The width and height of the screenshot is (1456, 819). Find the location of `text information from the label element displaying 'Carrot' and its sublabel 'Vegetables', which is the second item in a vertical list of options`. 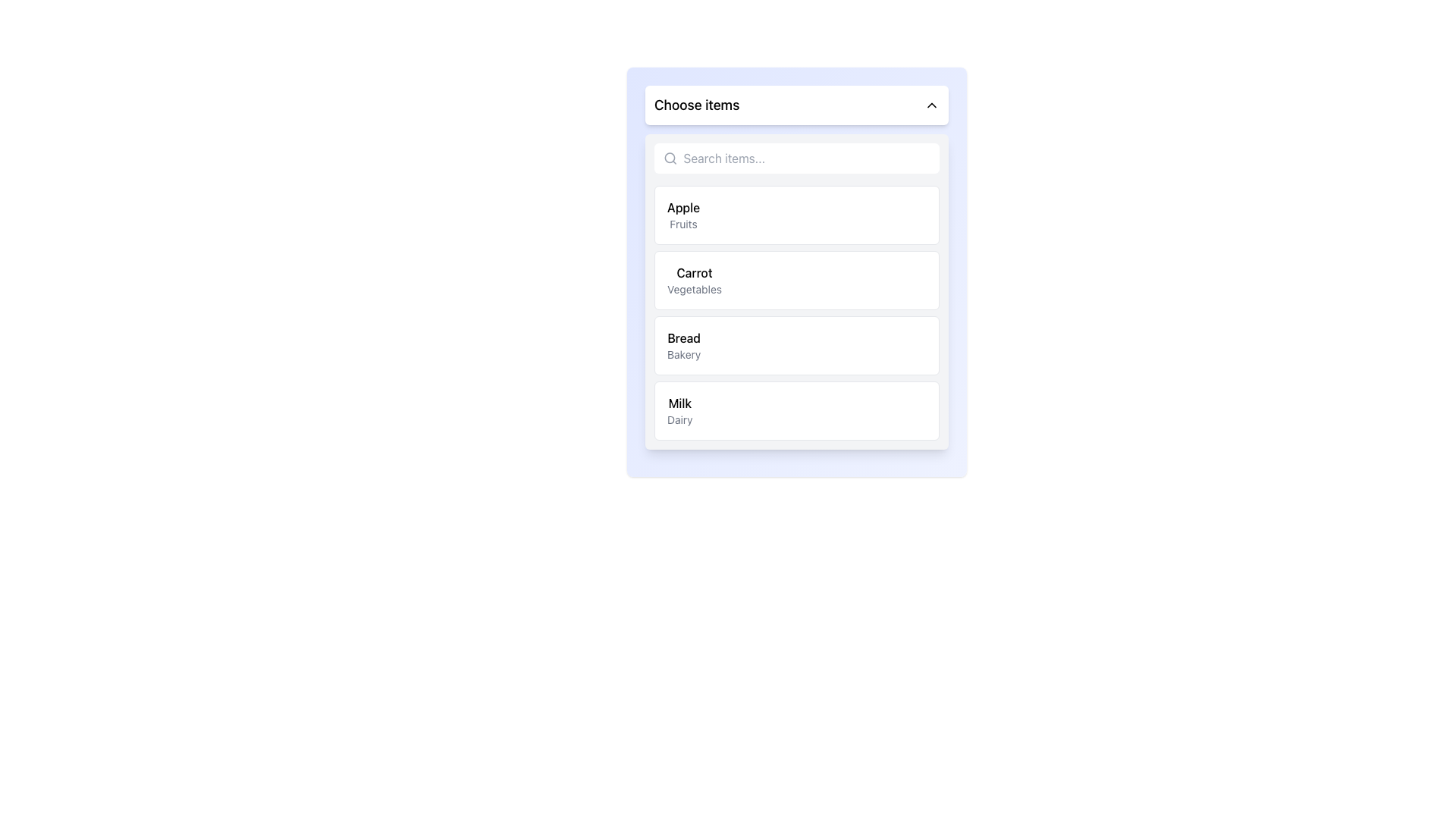

text information from the label element displaying 'Carrot' and its sublabel 'Vegetables', which is the second item in a vertical list of options is located at coordinates (694, 281).